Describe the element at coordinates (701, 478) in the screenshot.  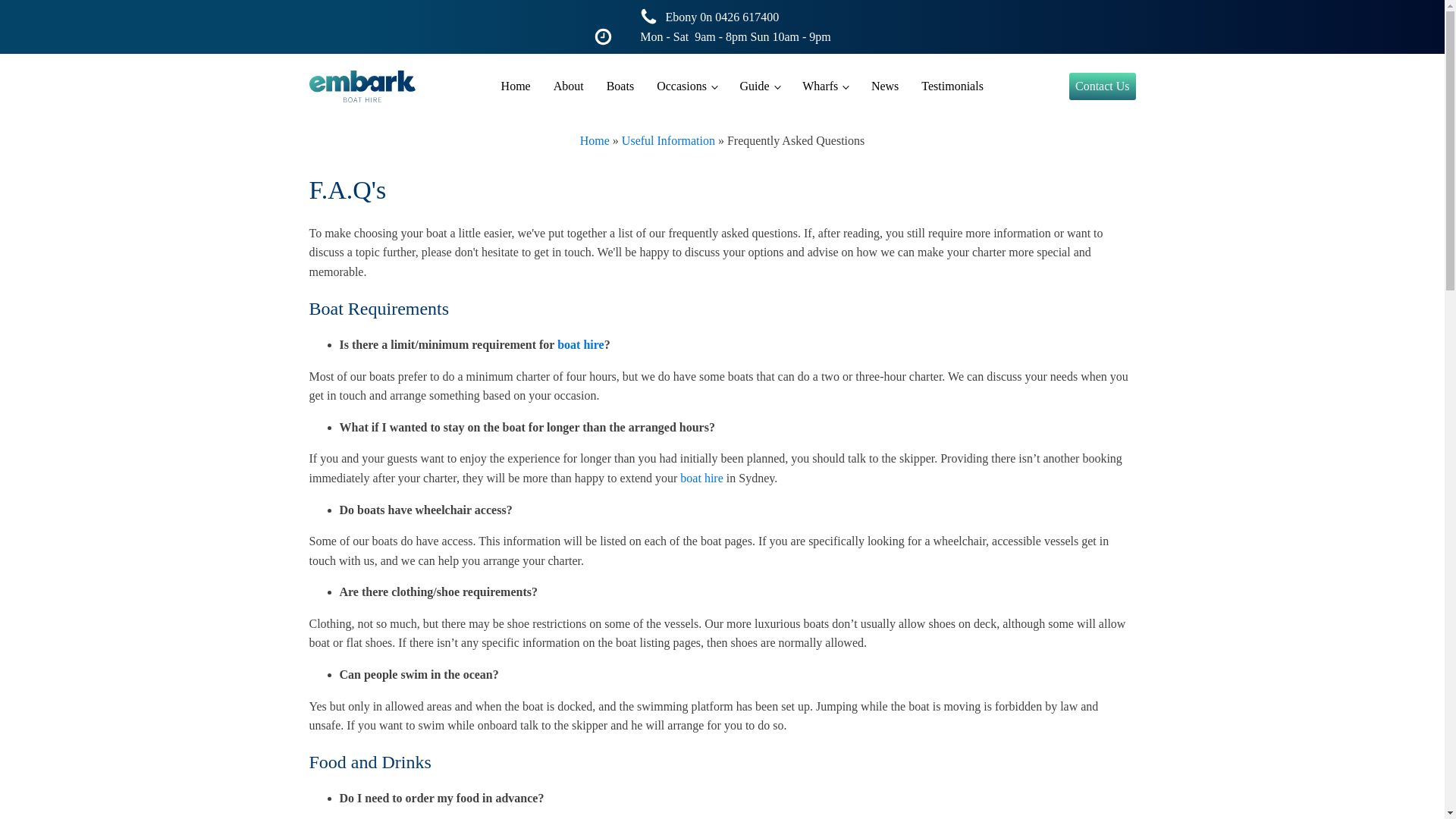
I see `'boat hire'` at that location.